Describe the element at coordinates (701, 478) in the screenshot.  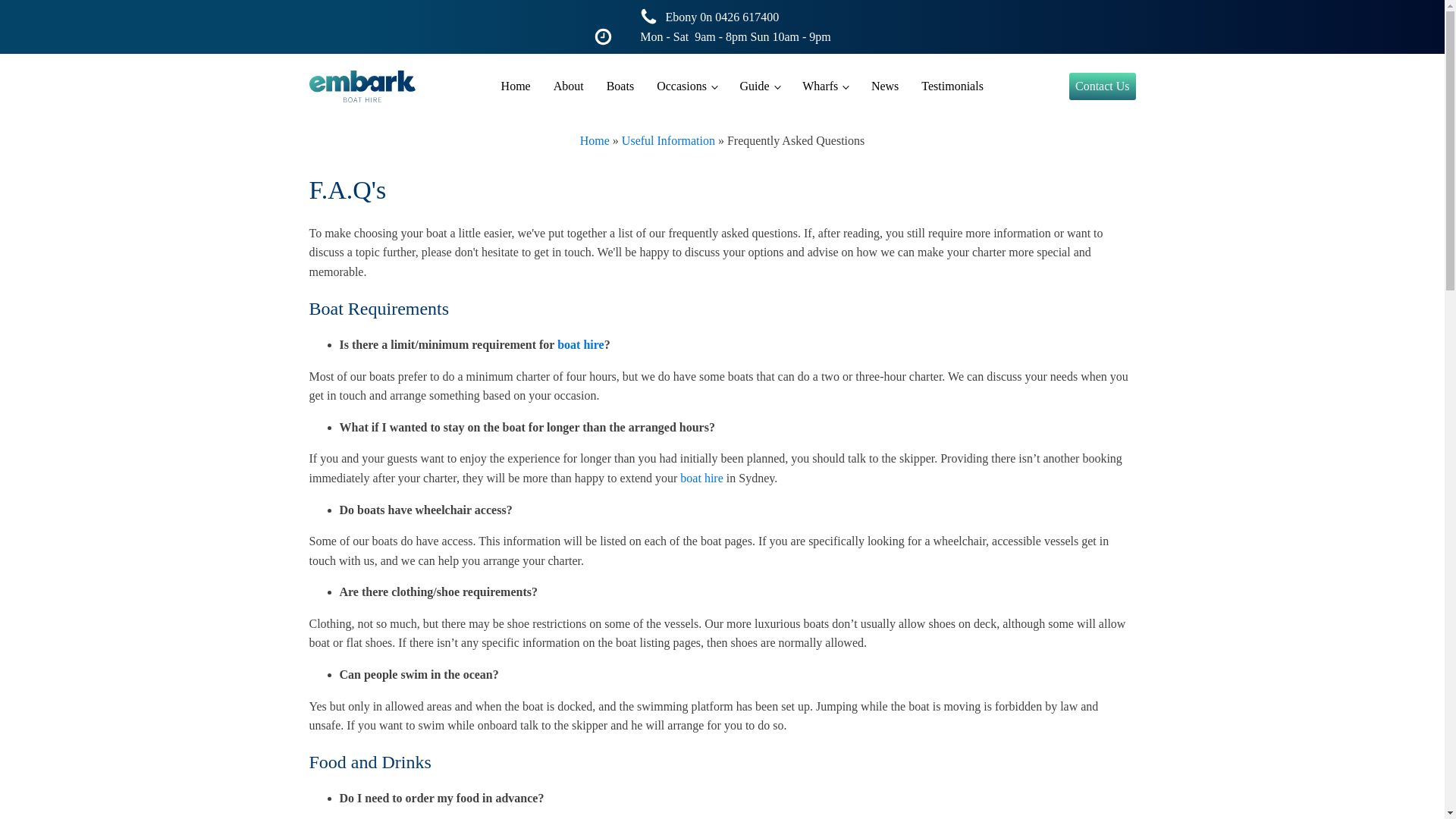
I see `'boat hire'` at that location.